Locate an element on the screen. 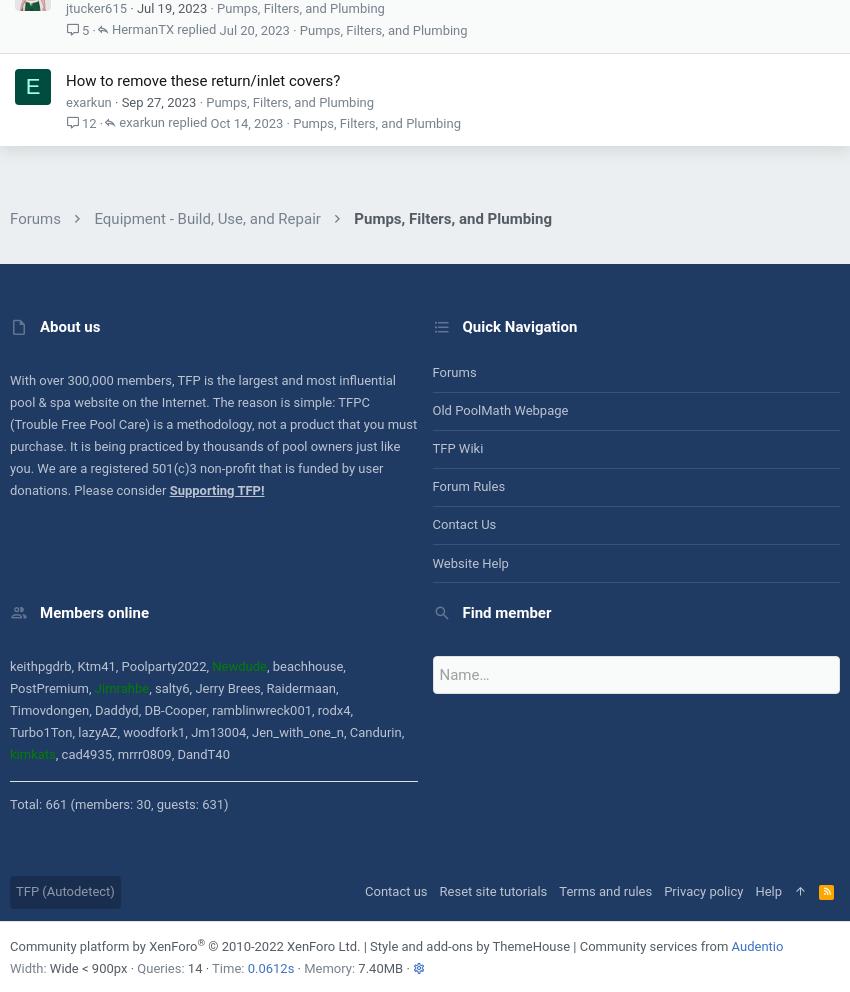 The height and width of the screenshot is (992, 850). '7.40MB' is located at coordinates (379, 967).